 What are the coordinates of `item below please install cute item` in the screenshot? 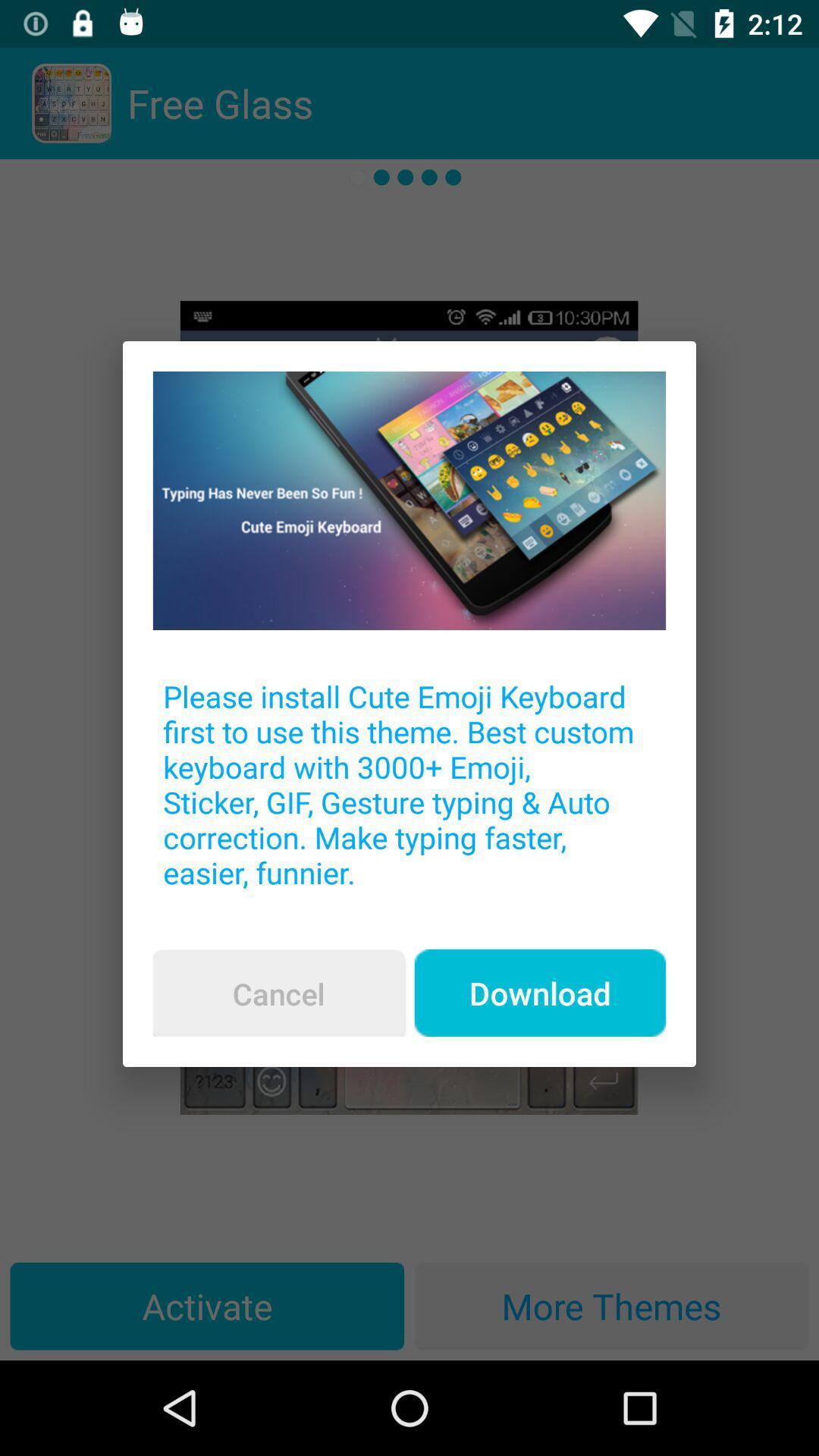 It's located at (278, 993).